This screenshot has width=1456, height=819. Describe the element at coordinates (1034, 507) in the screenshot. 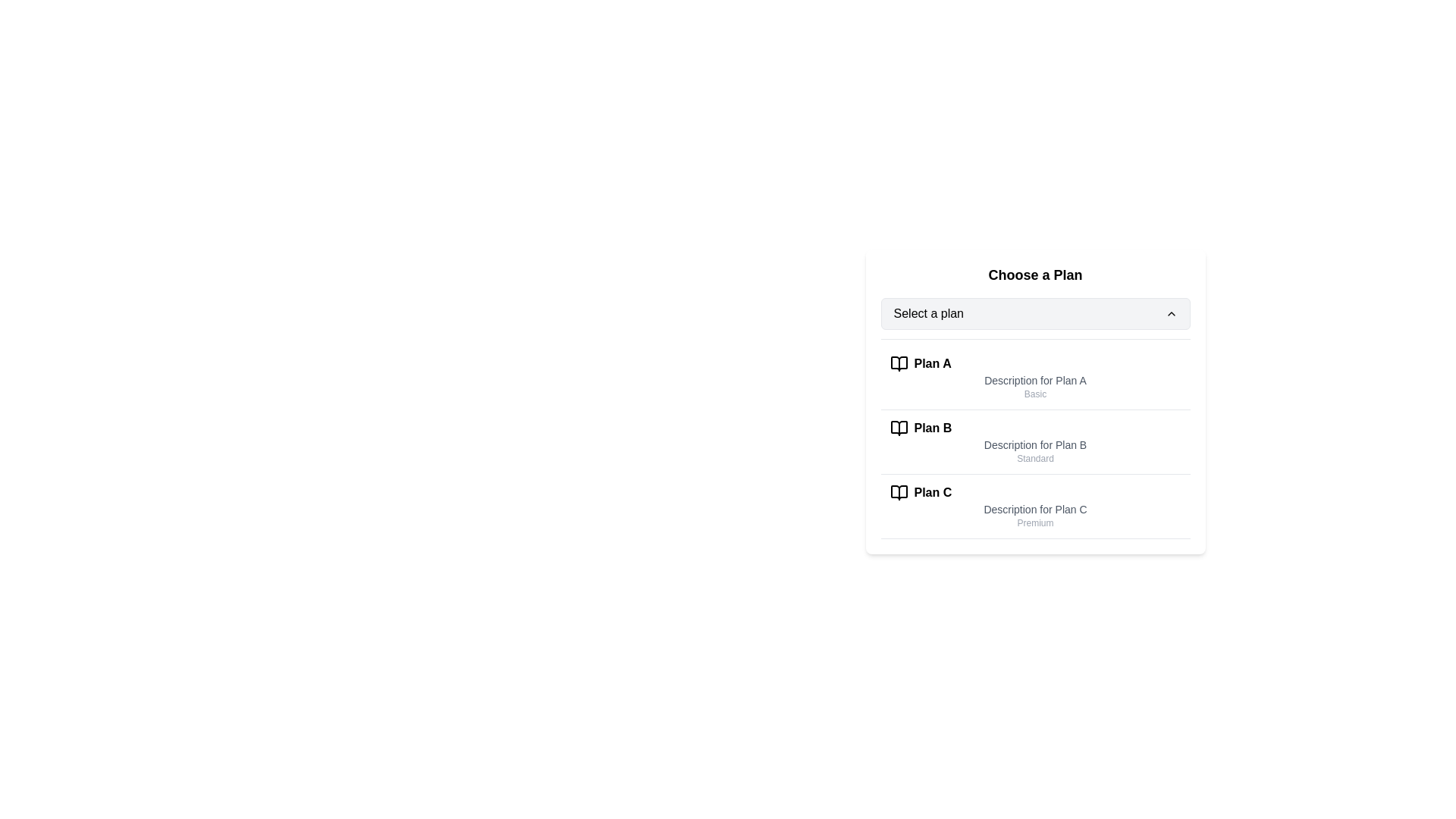

I see `the third list item representing the selectable choice for 'Plan C'` at that location.